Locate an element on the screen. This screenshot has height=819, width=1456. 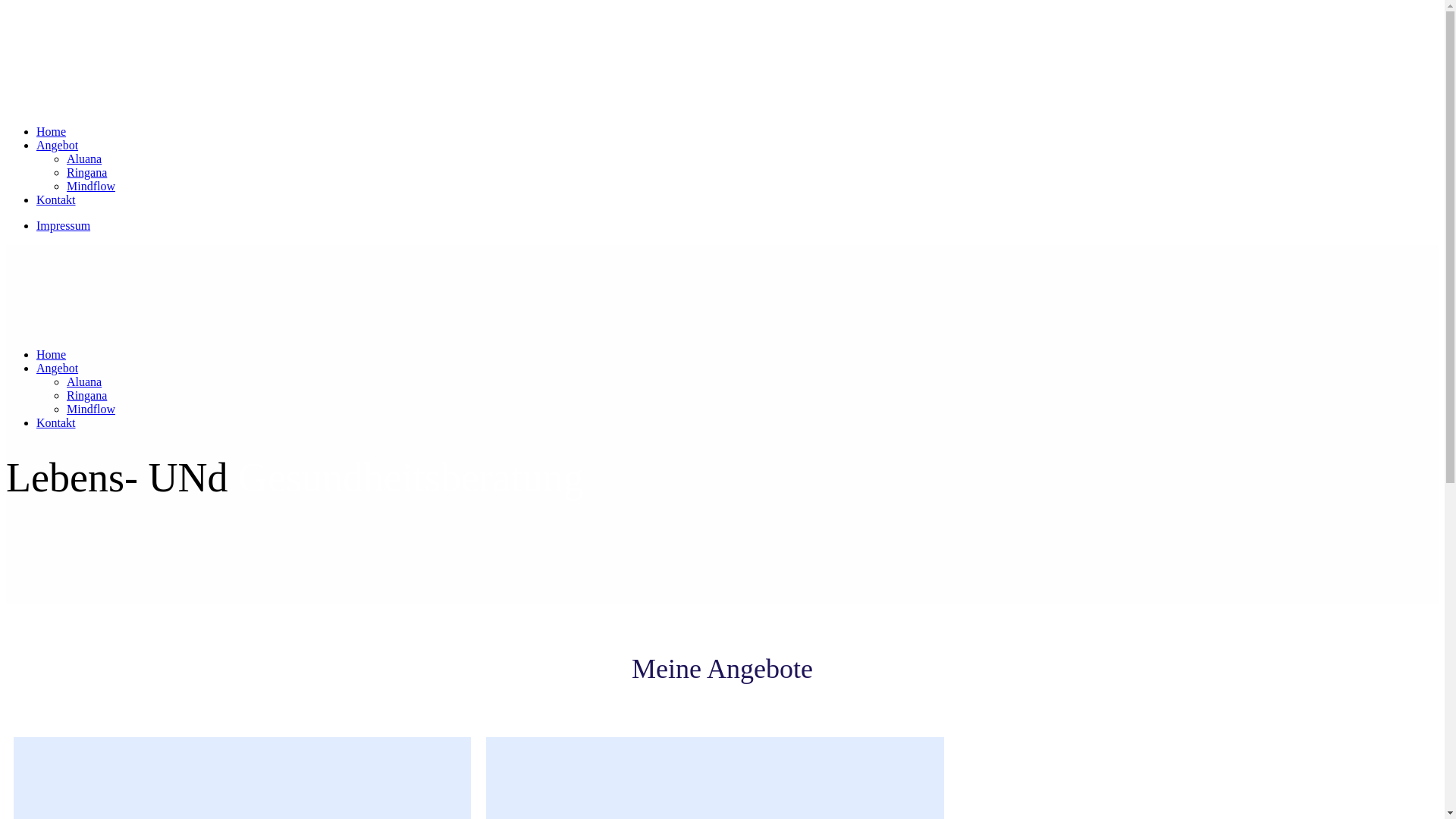
'Kontakt' is located at coordinates (55, 422).